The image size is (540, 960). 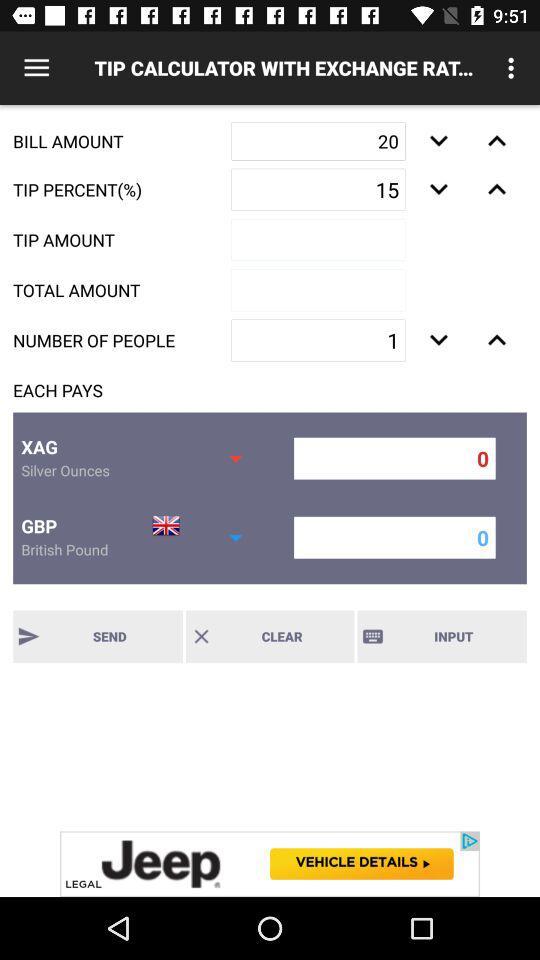 What do you see at coordinates (496, 340) in the screenshot?
I see `decrease` at bounding box center [496, 340].